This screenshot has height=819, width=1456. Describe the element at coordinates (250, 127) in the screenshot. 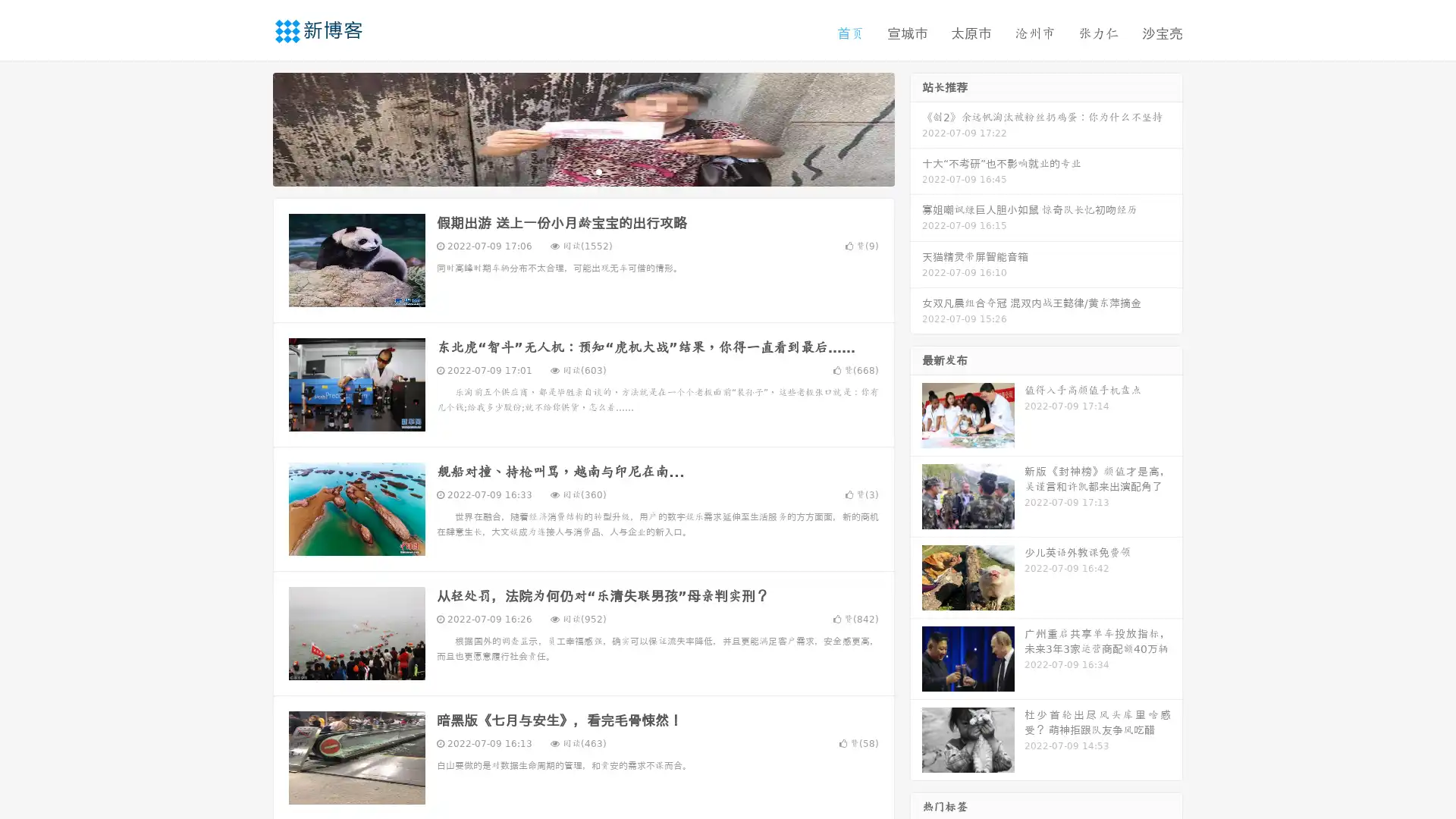

I see `Previous slide` at that location.